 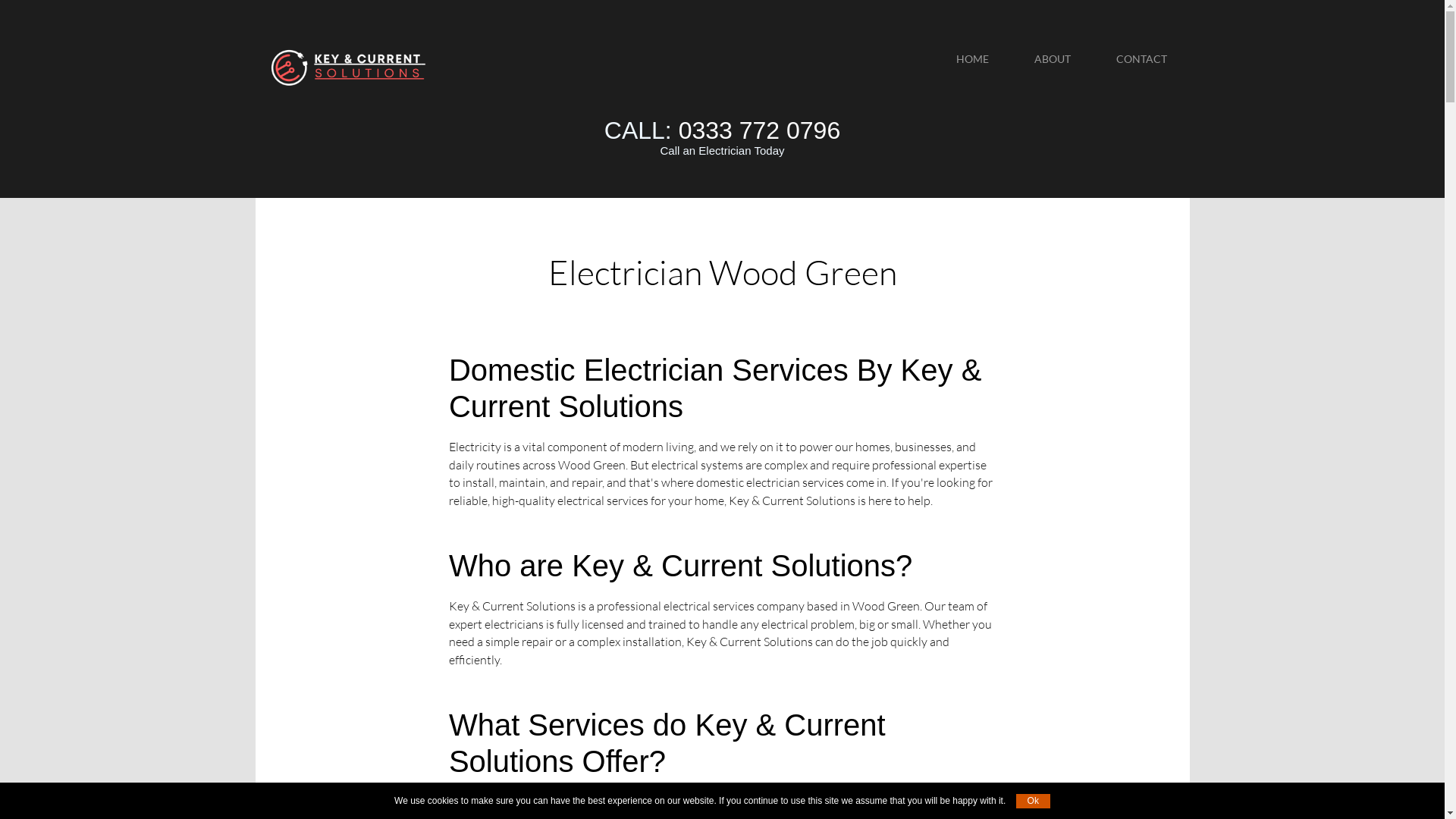 What do you see at coordinates (760, 130) in the screenshot?
I see `'0333 772 0796'` at bounding box center [760, 130].